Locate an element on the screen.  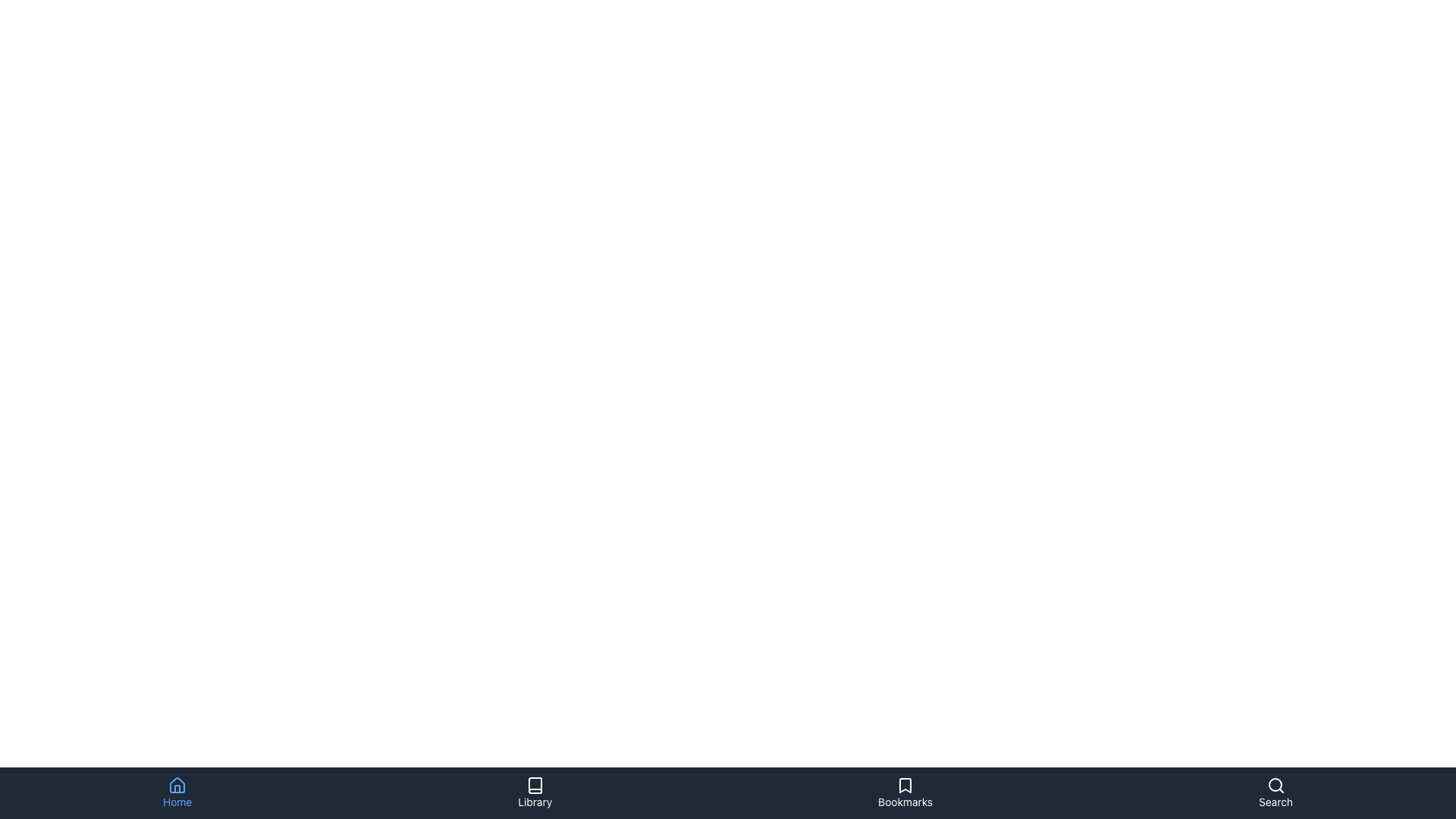
the Navigation Item, which features a book icon and the text 'Library', located in the bottom navigation bar is located at coordinates (535, 792).